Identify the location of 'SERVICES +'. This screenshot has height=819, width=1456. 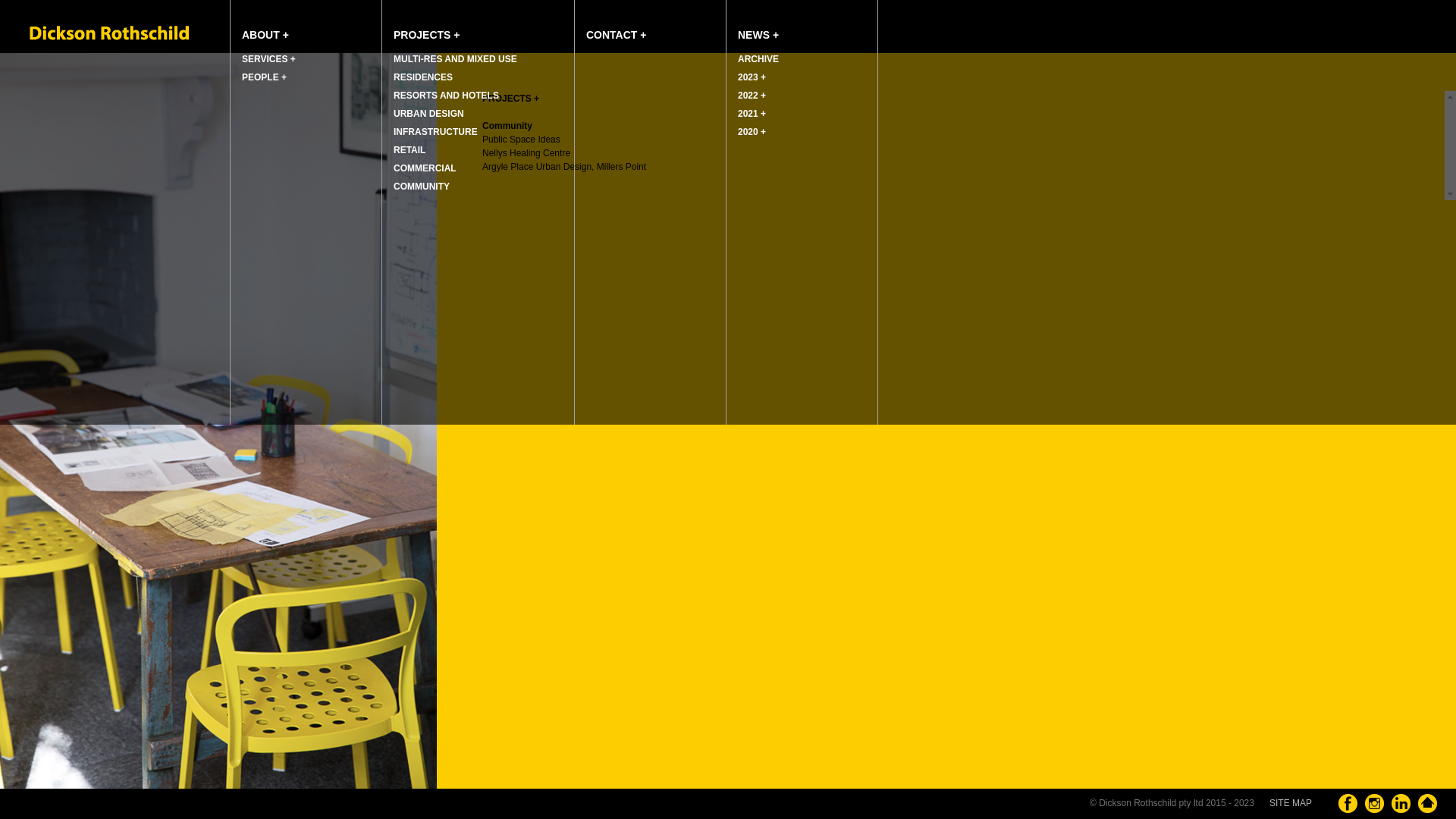
(305, 58).